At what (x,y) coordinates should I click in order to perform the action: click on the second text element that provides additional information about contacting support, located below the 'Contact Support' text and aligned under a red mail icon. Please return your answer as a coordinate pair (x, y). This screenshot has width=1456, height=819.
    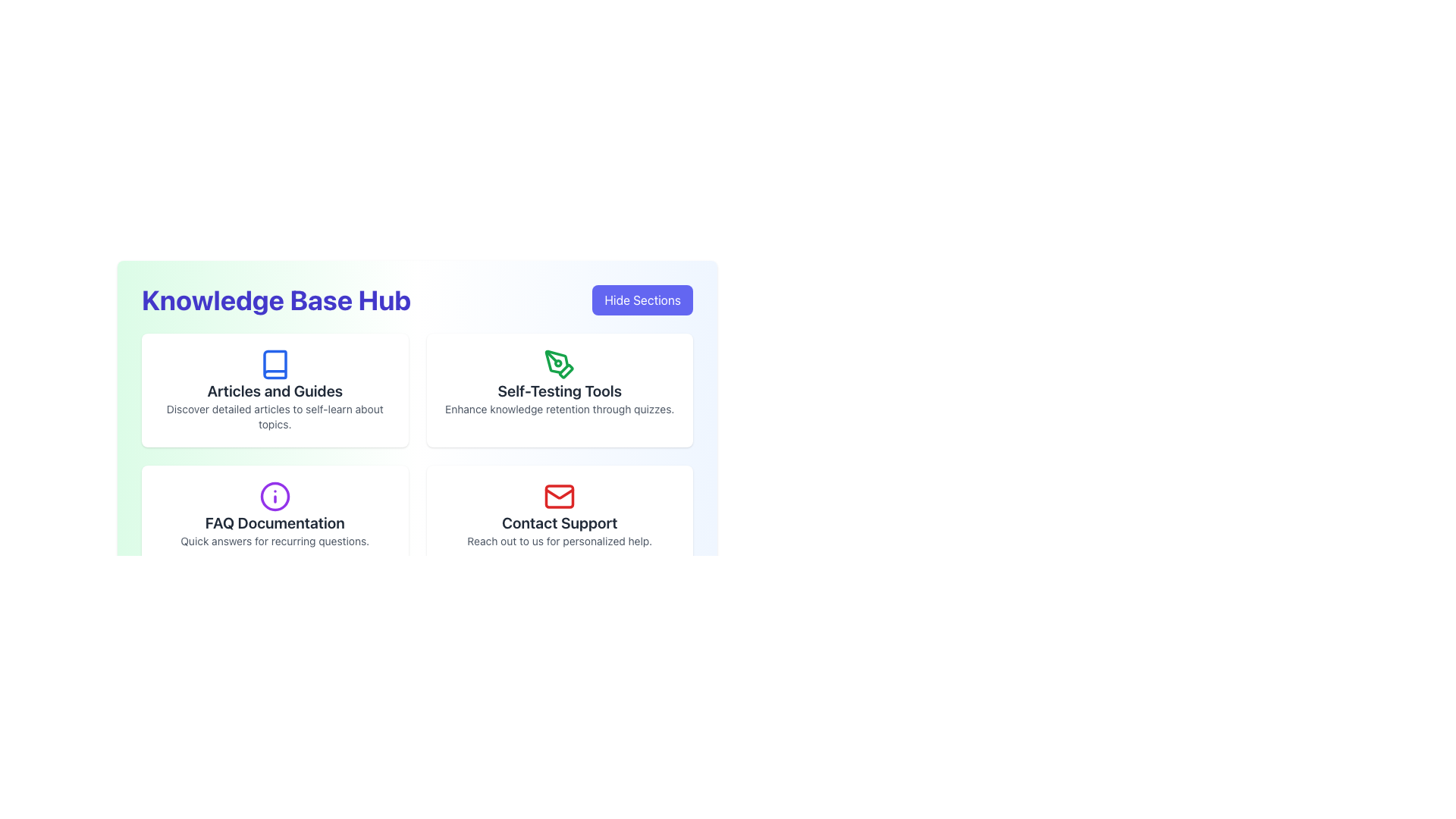
    Looking at the image, I should click on (559, 540).